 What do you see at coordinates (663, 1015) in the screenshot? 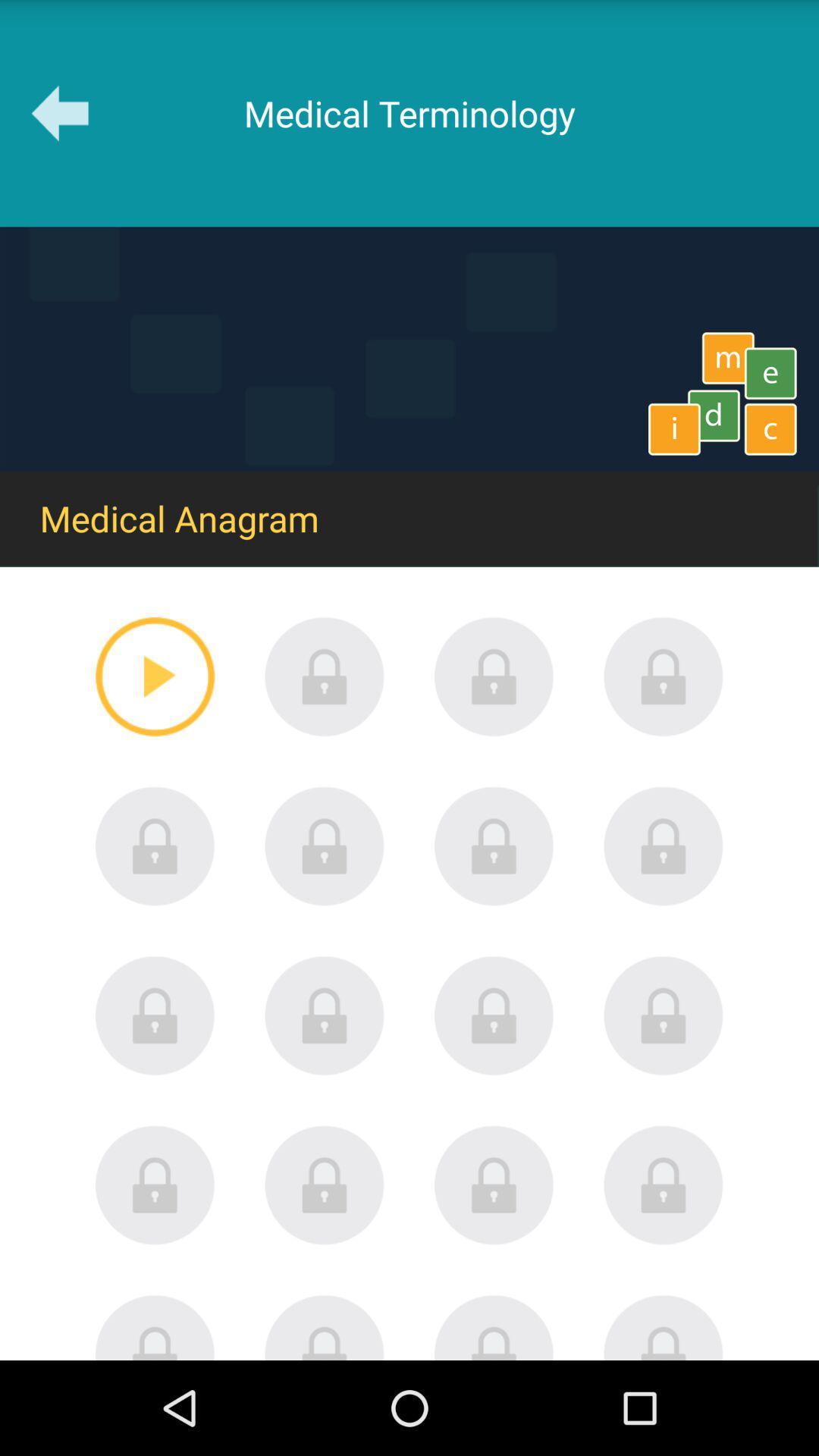
I see `password` at bounding box center [663, 1015].